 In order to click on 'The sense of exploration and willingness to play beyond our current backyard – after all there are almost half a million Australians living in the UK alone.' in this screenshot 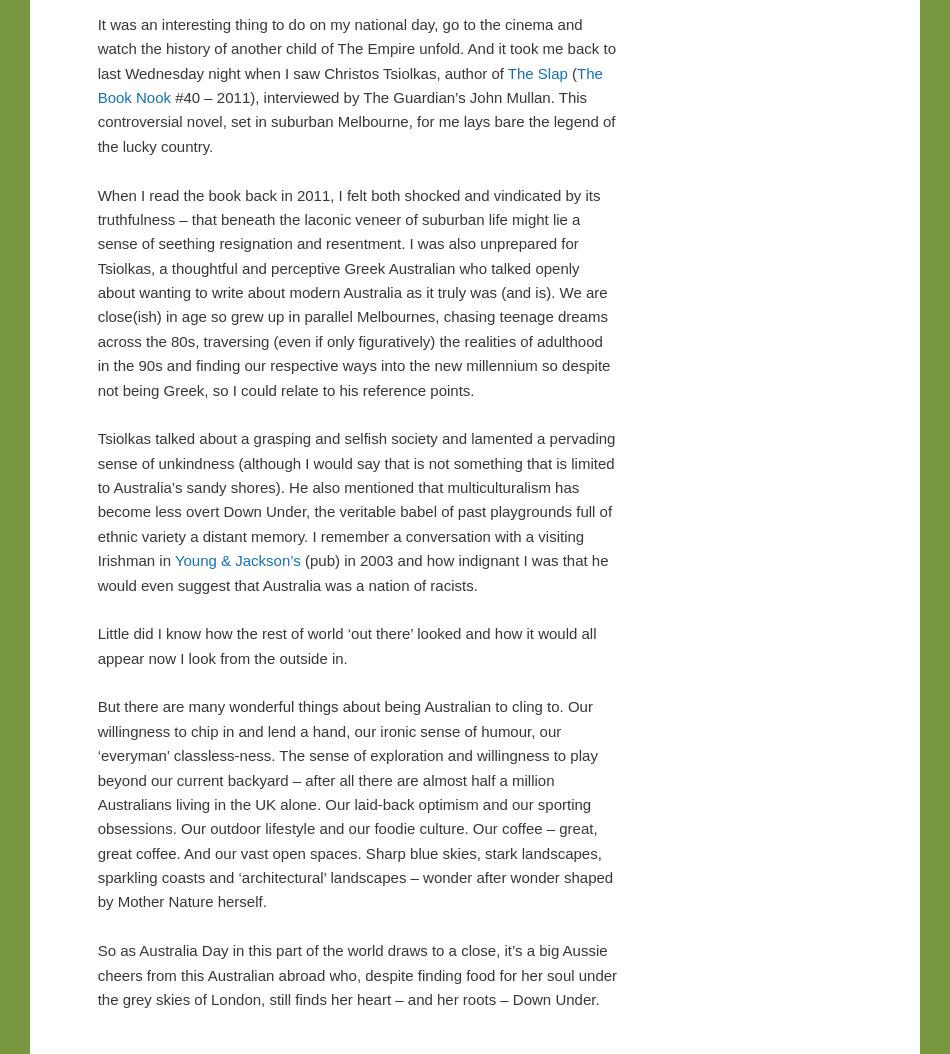, I will do `click(346, 779)`.